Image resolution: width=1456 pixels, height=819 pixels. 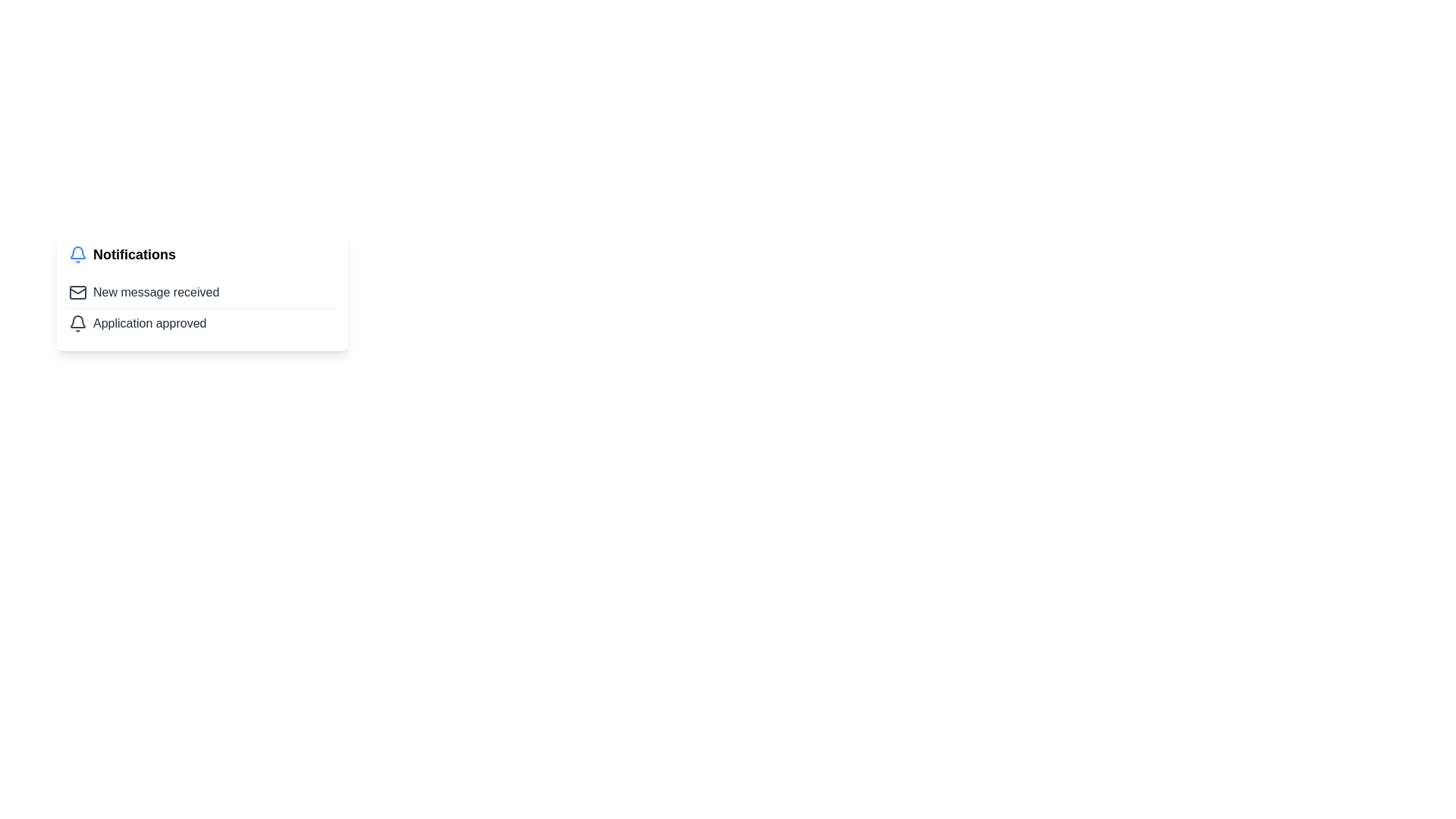 What do you see at coordinates (77, 253) in the screenshot?
I see `the visual state of the notification bell icon, which is styled in blue and positioned to the left of the 'Notifications' text in the notification header section` at bounding box center [77, 253].